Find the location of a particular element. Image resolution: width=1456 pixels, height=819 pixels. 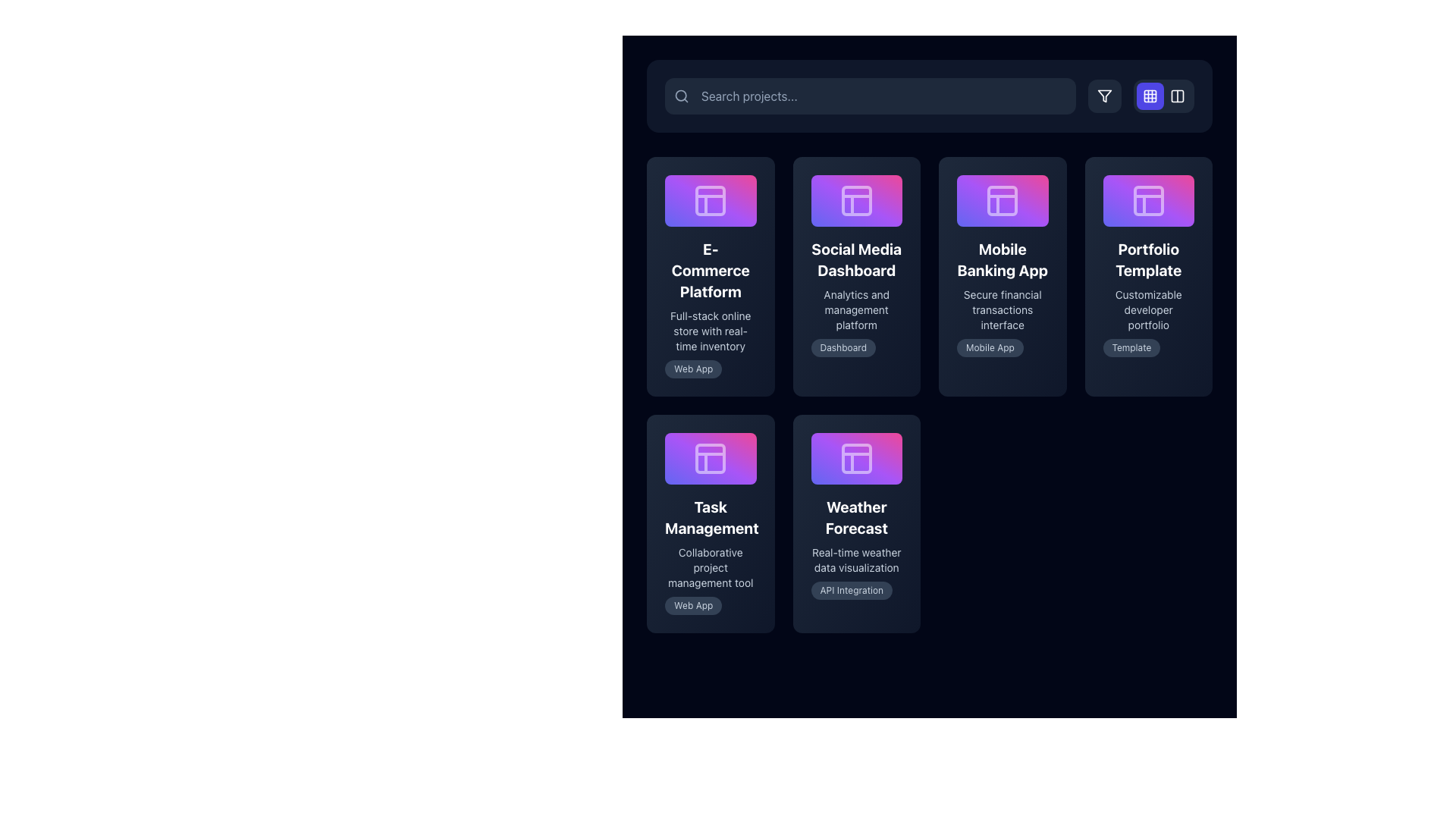

text displayed in the 'Weather Forecast' component, which includes the headline and descriptive text along with the 'API Integration' badge is located at coordinates (856, 548).